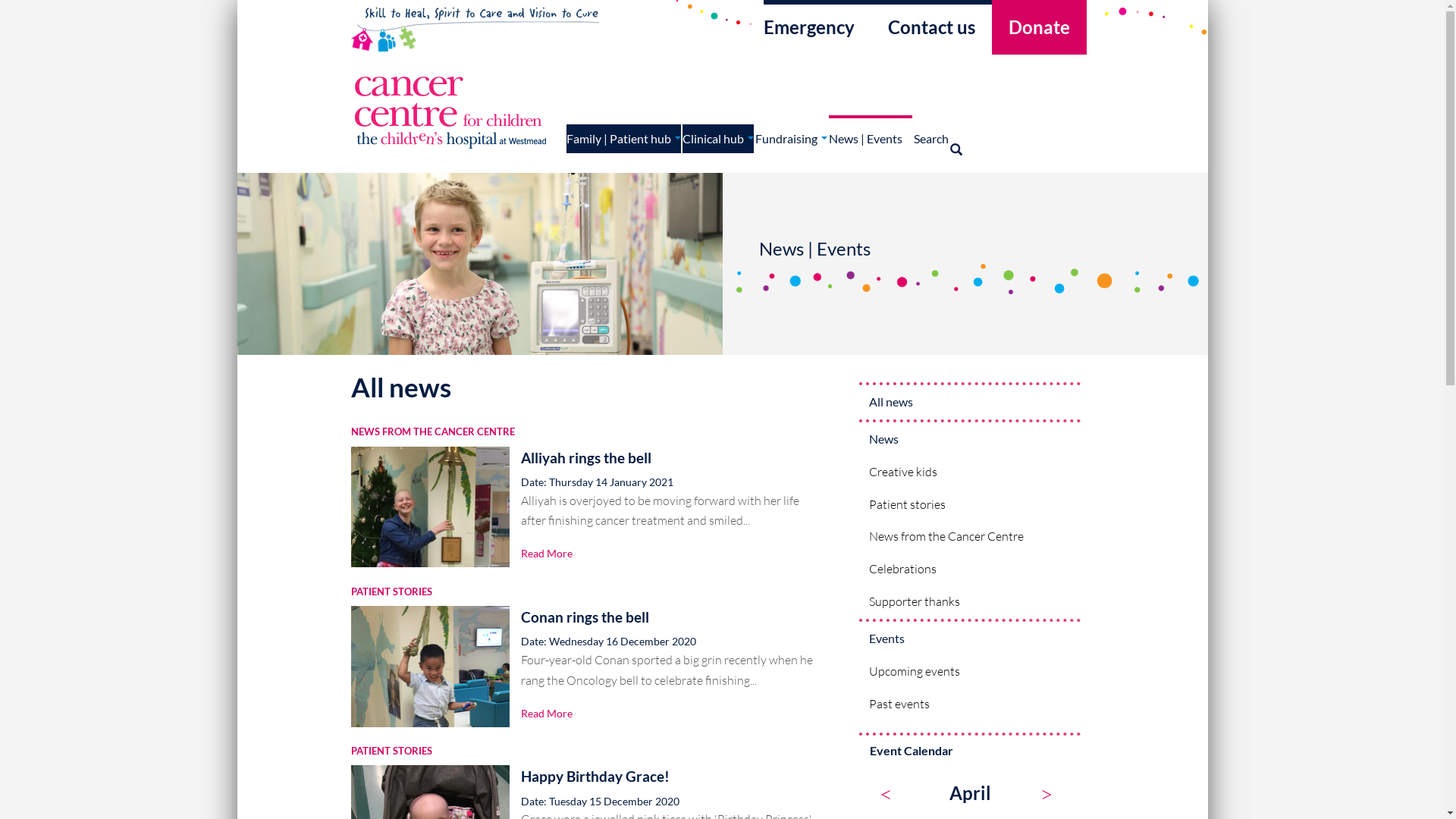 The image size is (1456, 819). What do you see at coordinates (717, 138) in the screenshot?
I see `'Clinical hub'` at bounding box center [717, 138].